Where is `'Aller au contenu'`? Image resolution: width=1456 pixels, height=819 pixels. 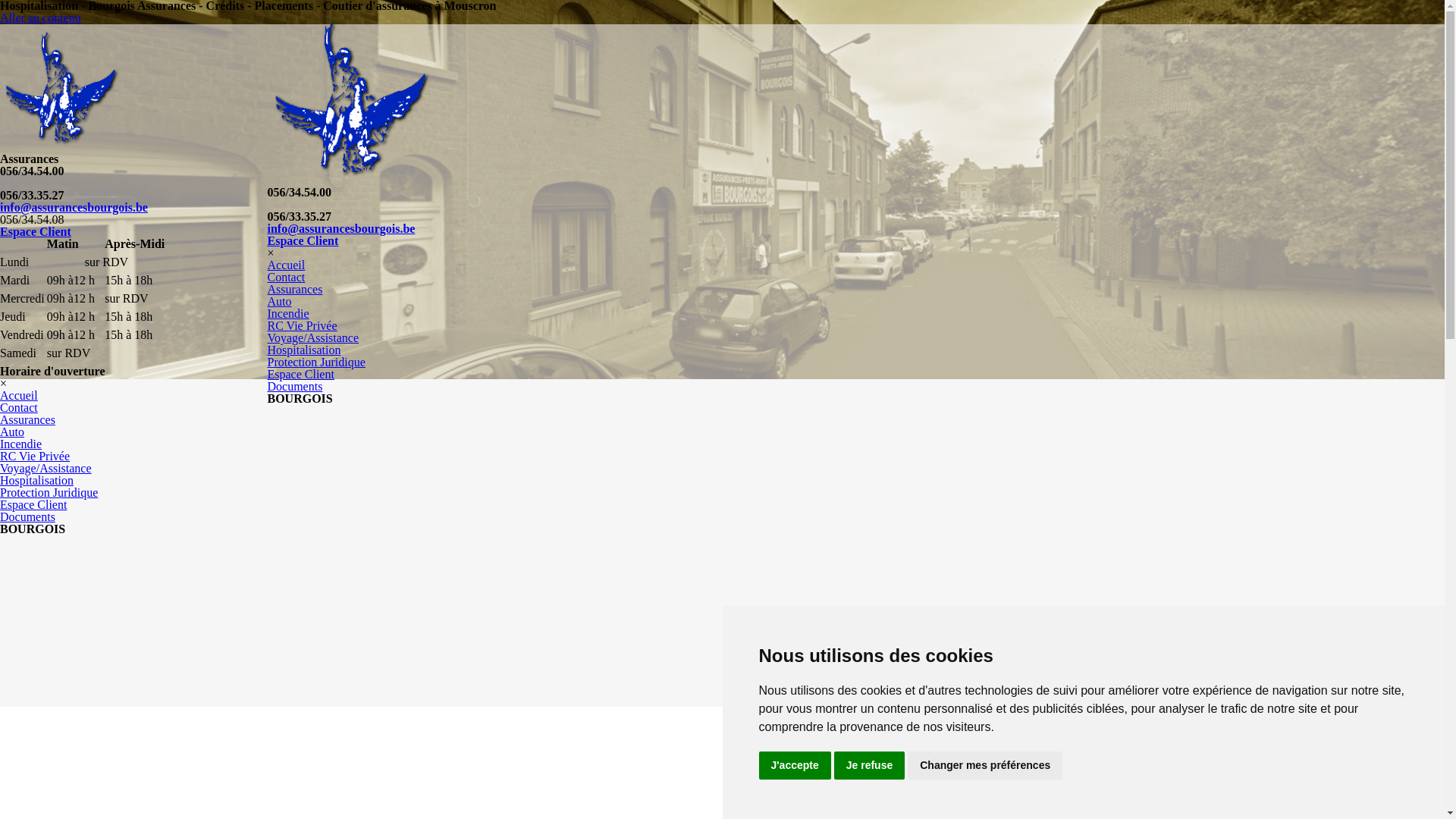
'Aller au contenu' is located at coordinates (40, 17).